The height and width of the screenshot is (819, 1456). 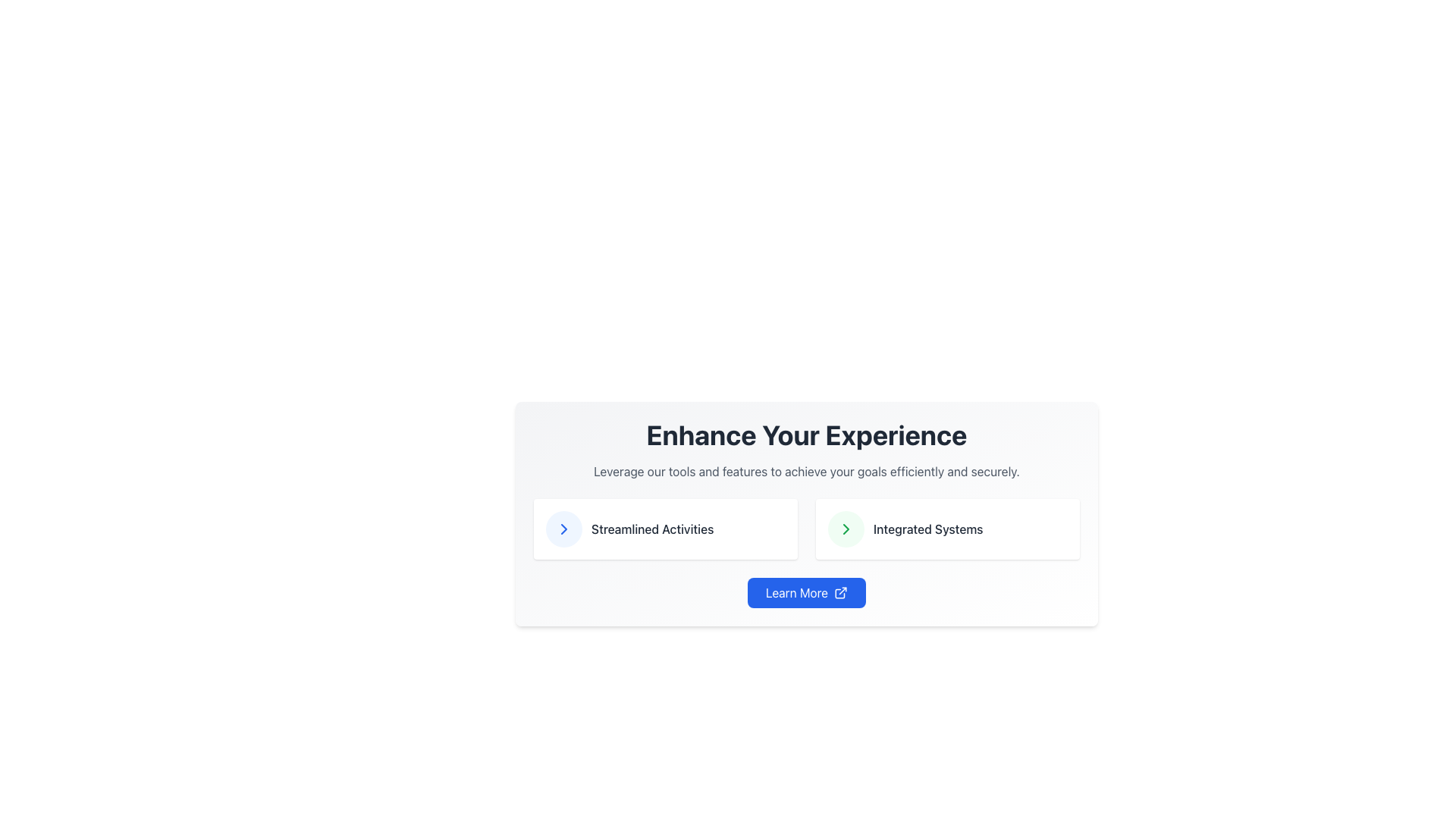 What do you see at coordinates (846, 529) in the screenshot?
I see `the rightward-pointing chevron icon located inside the darker green circle next to the 'Integrated Systems' label` at bounding box center [846, 529].